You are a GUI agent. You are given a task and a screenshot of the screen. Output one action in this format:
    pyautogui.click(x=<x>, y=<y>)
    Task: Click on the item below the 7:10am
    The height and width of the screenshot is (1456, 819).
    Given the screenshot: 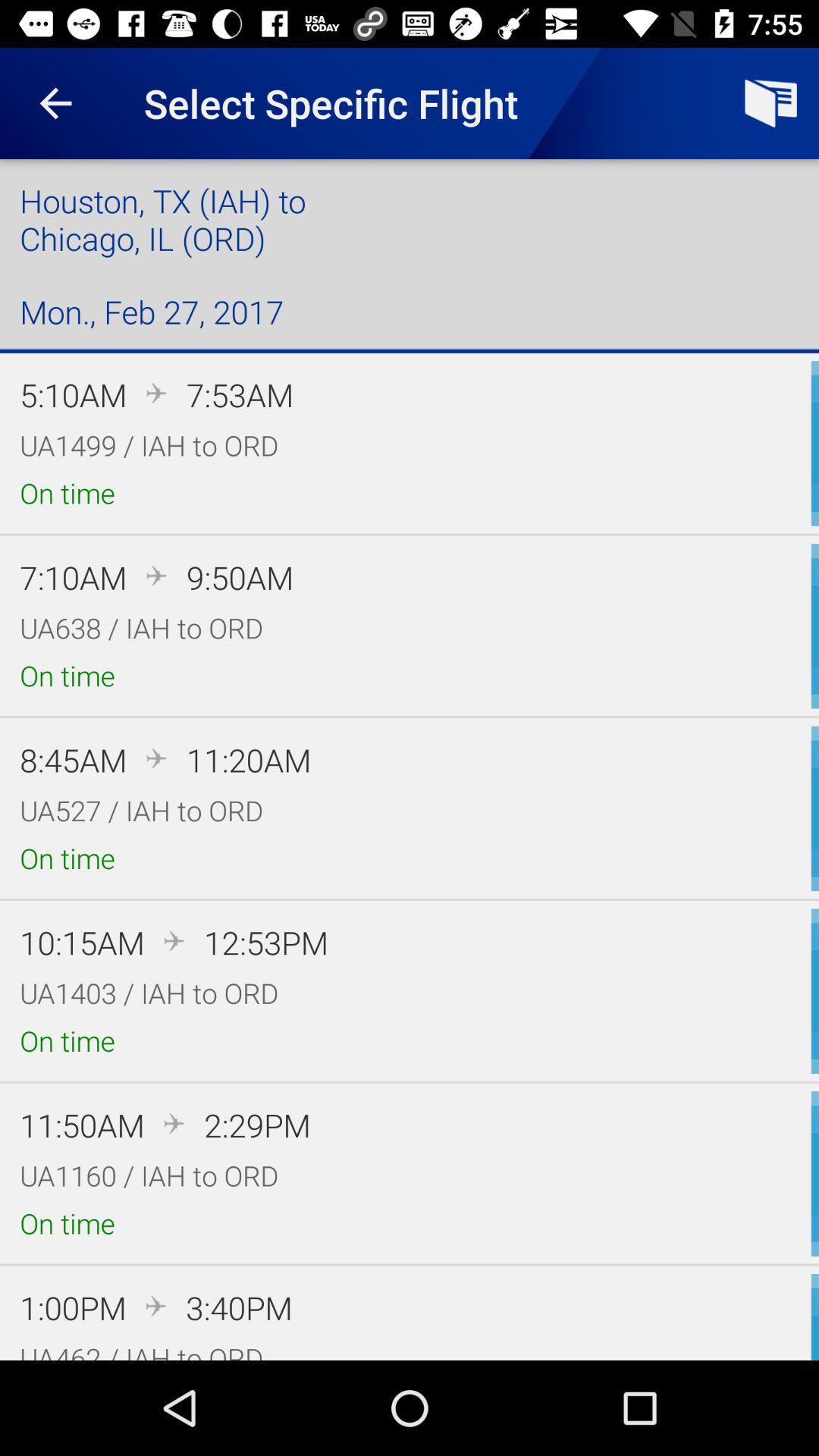 What is the action you would take?
    pyautogui.click(x=141, y=627)
    